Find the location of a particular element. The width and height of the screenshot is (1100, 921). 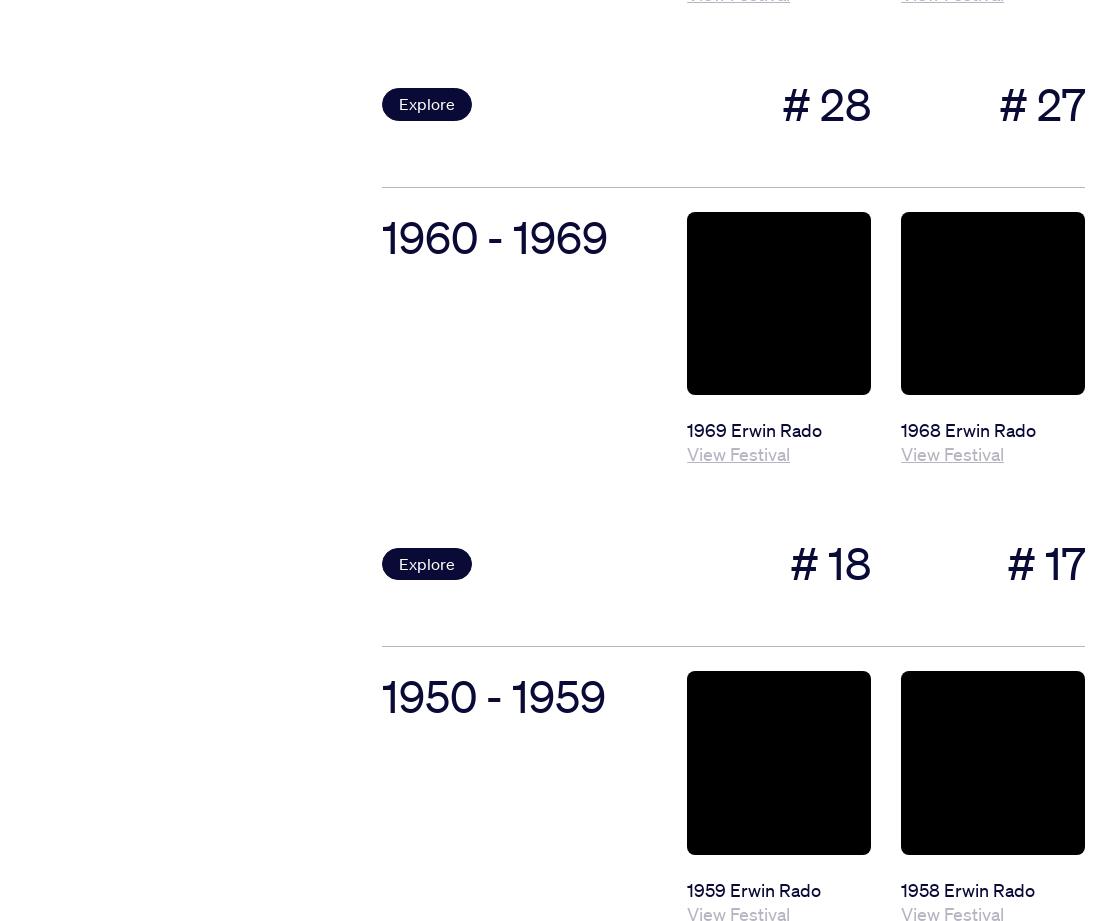

'# 17' is located at coordinates (1045, 562).